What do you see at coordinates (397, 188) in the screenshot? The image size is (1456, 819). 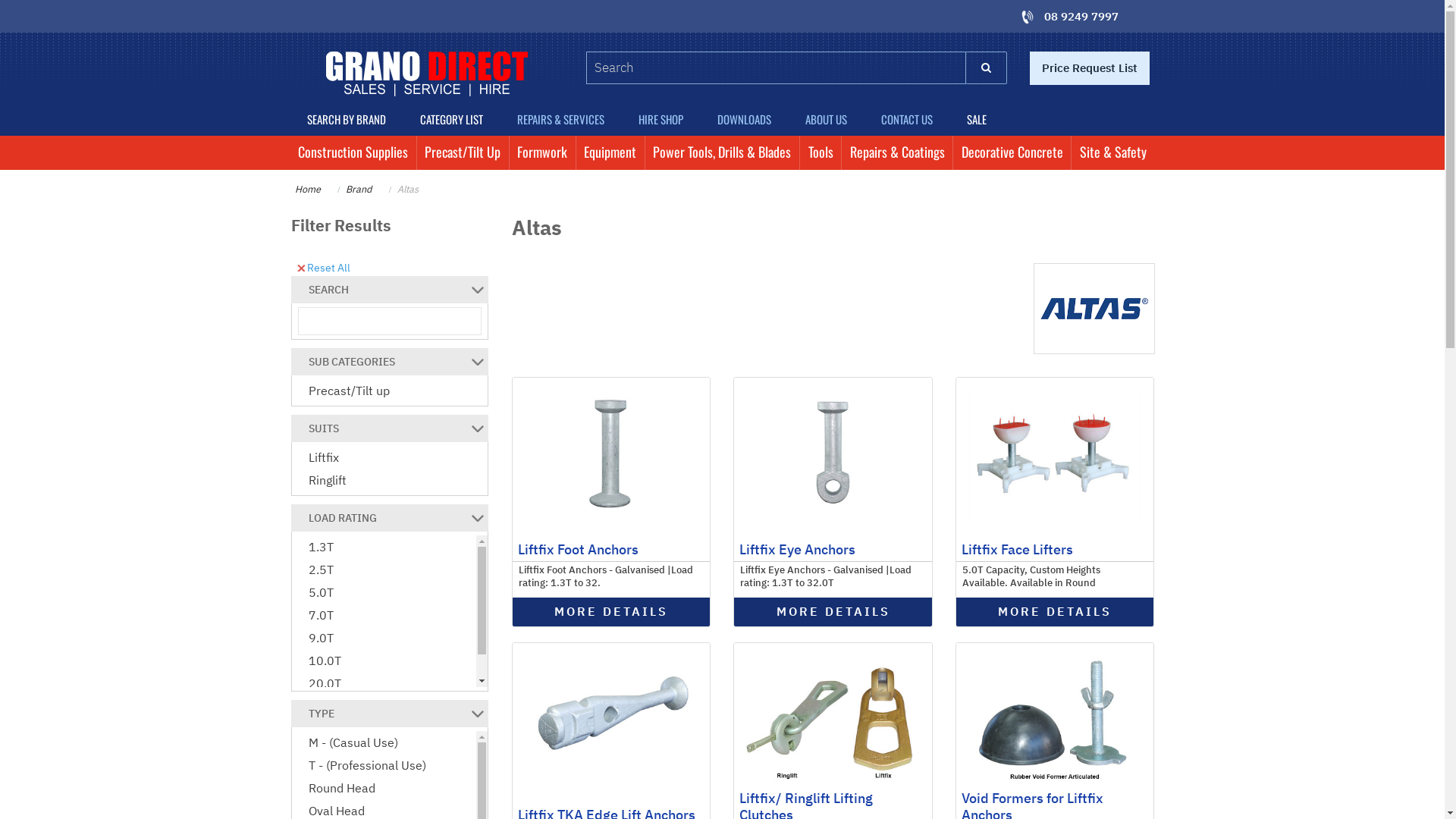 I see `'Altas'` at bounding box center [397, 188].